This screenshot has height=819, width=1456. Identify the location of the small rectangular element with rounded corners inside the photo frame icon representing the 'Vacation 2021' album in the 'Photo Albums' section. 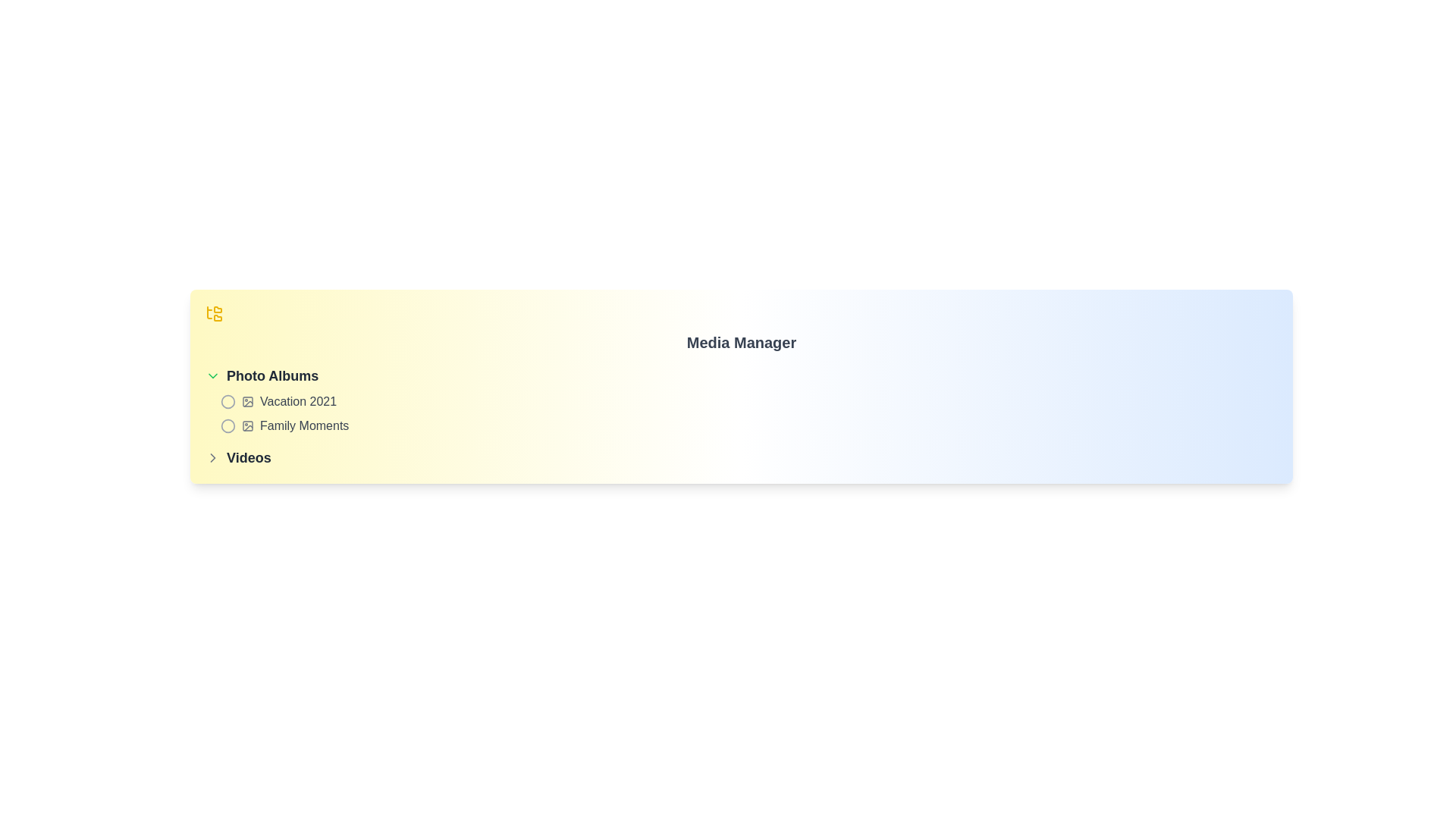
(247, 400).